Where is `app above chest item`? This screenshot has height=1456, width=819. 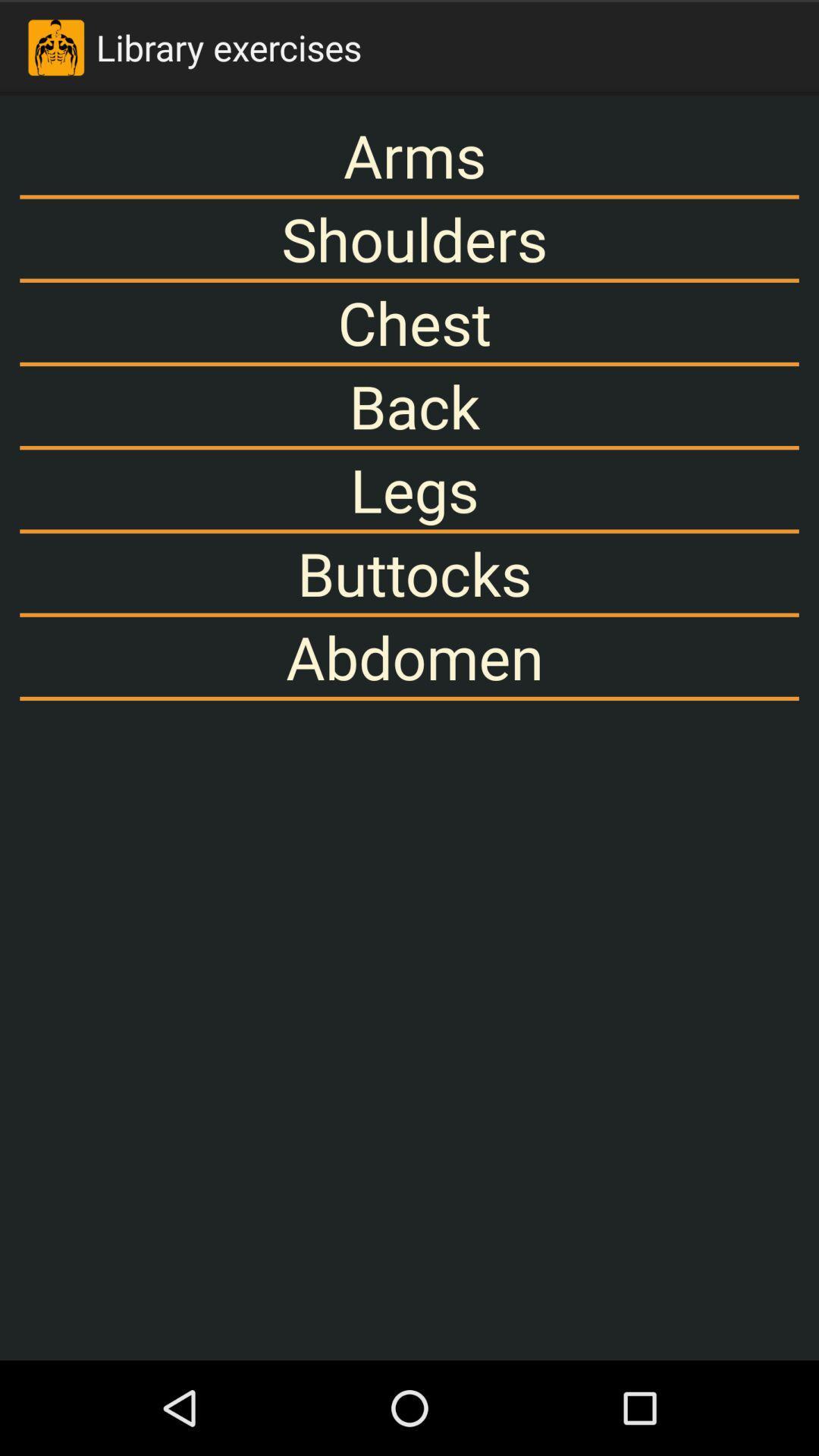
app above chest item is located at coordinates (409, 238).